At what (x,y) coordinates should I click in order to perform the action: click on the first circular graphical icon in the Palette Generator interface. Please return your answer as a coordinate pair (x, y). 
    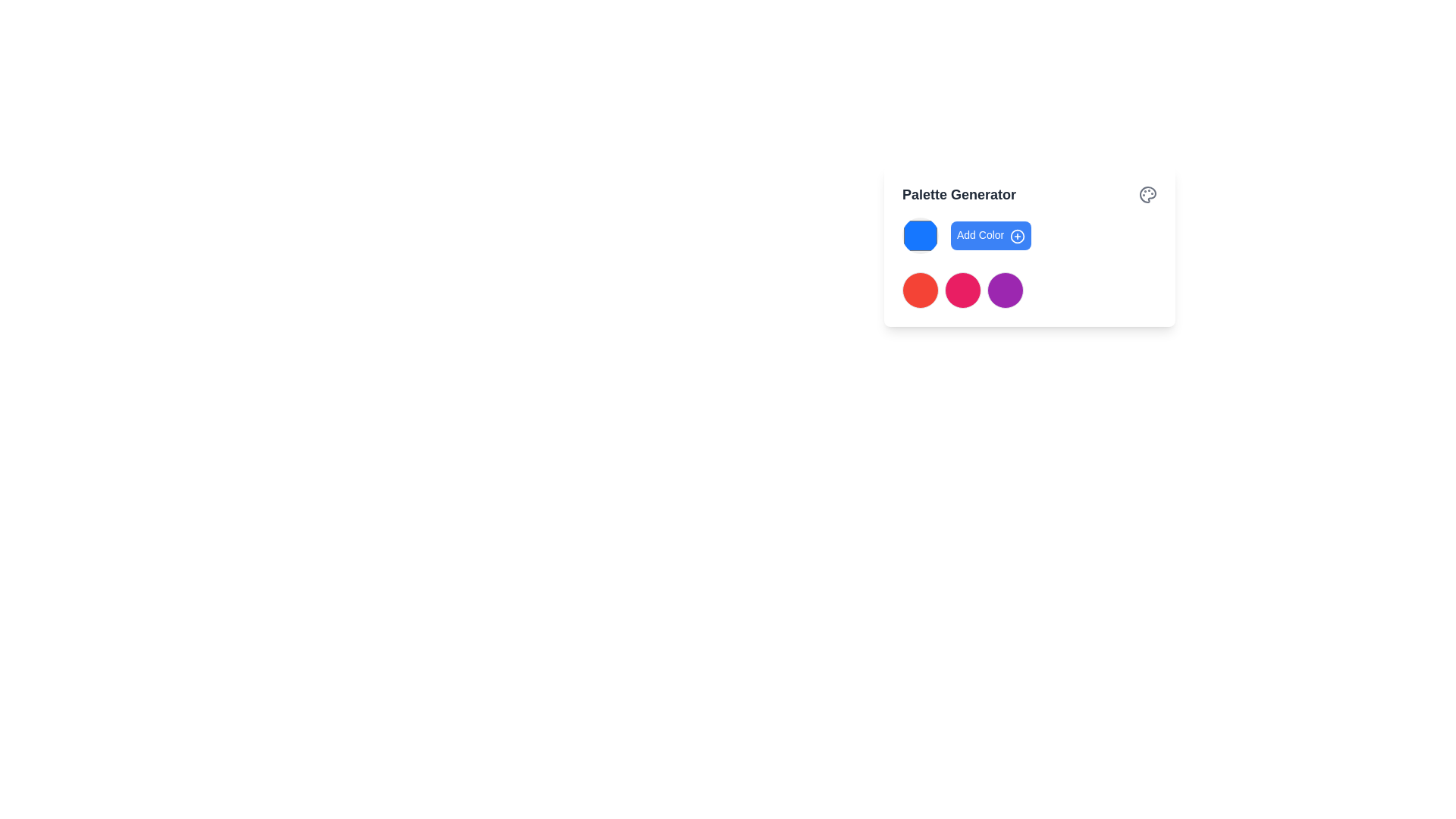
    Looking at the image, I should click on (920, 290).